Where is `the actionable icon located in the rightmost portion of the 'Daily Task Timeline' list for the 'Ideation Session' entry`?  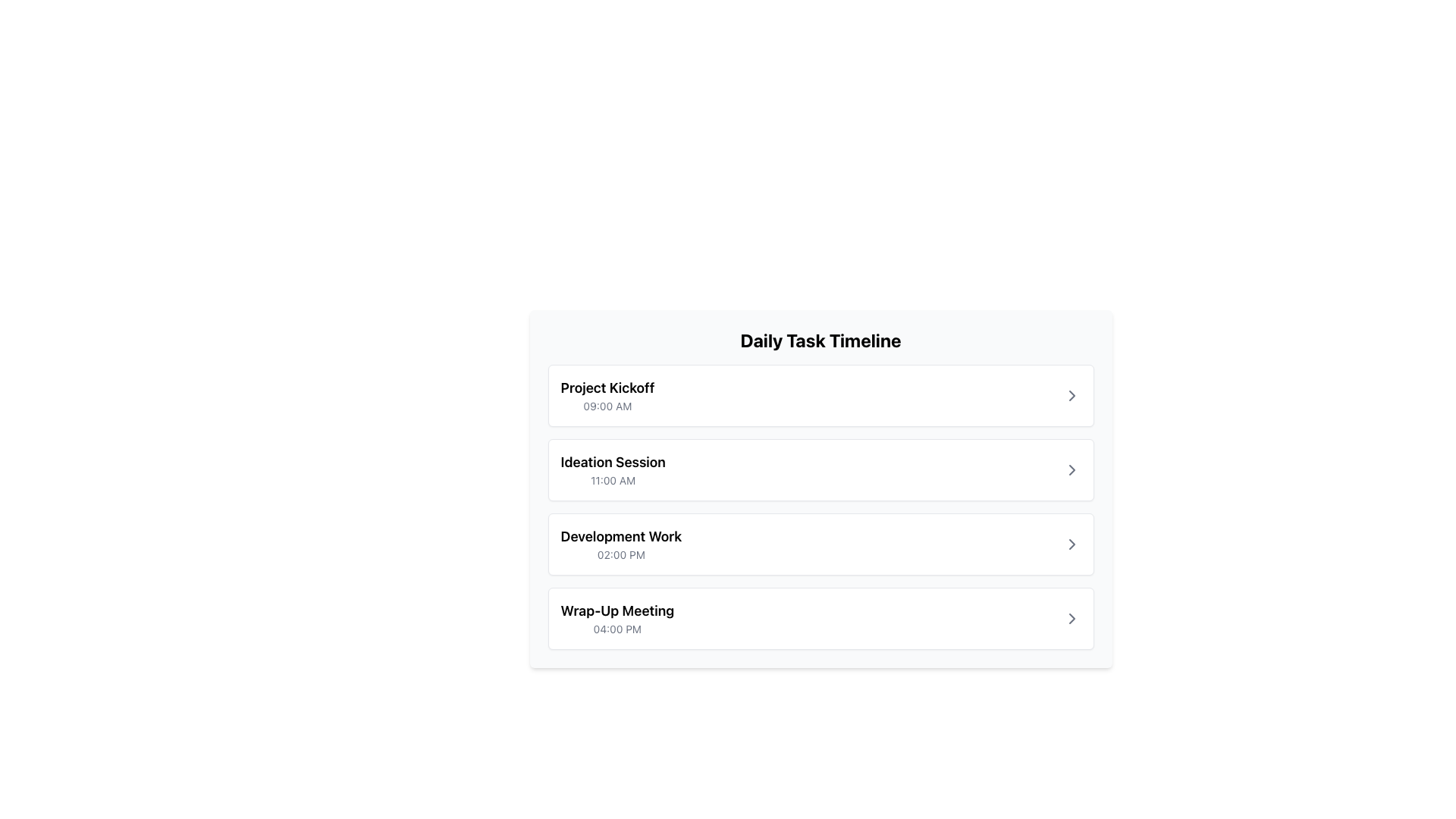 the actionable icon located in the rightmost portion of the 'Daily Task Timeline' list for the 'Ideation Session' entry is located at coordinates (1071, 469).